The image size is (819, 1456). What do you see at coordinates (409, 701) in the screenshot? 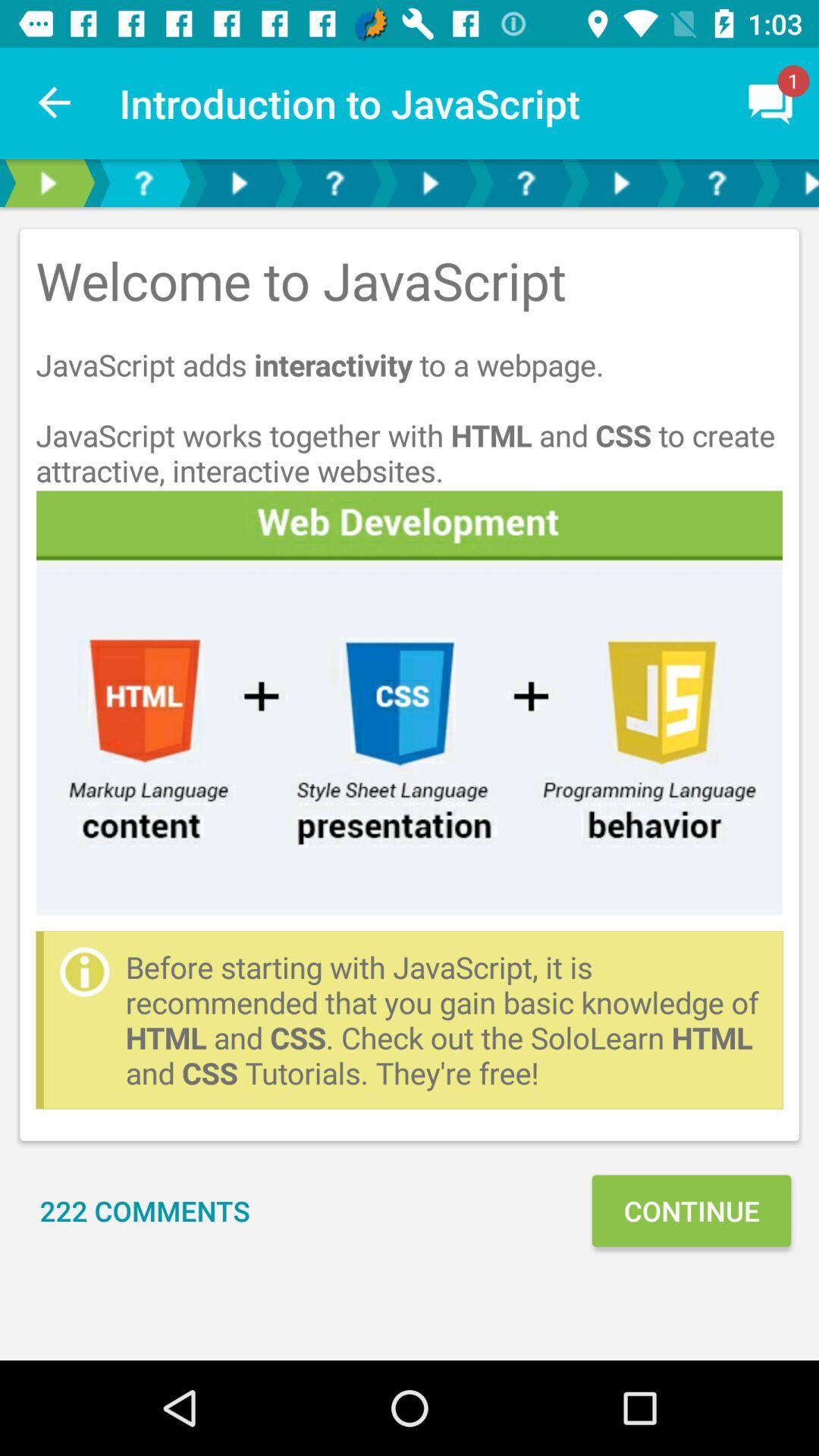
I see `the icon at the center` at bounding box center [409, 701].